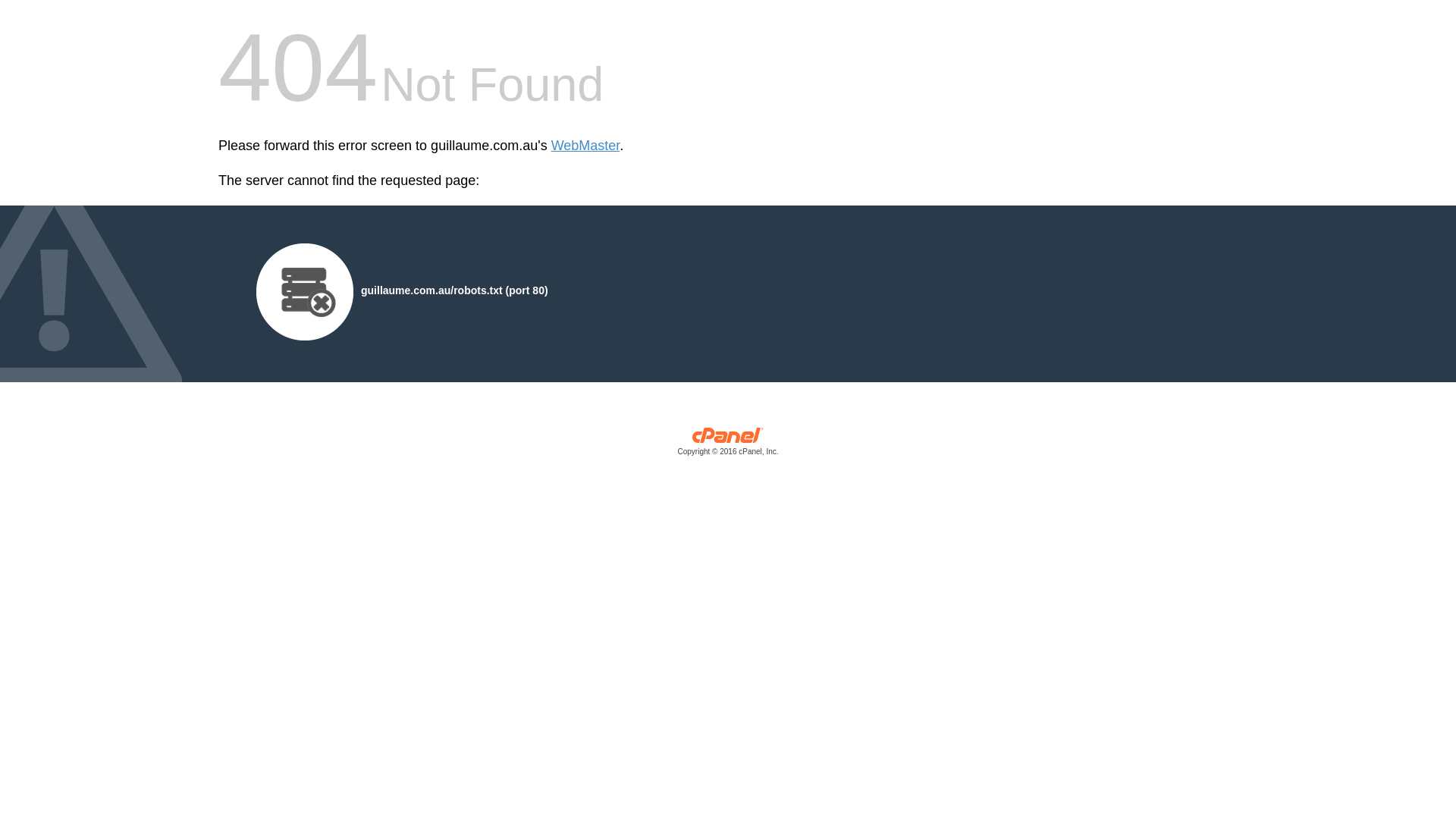  Describe the element at coordinates (585, 146) in the screenshot. I see `'WebMaster'` at that location.